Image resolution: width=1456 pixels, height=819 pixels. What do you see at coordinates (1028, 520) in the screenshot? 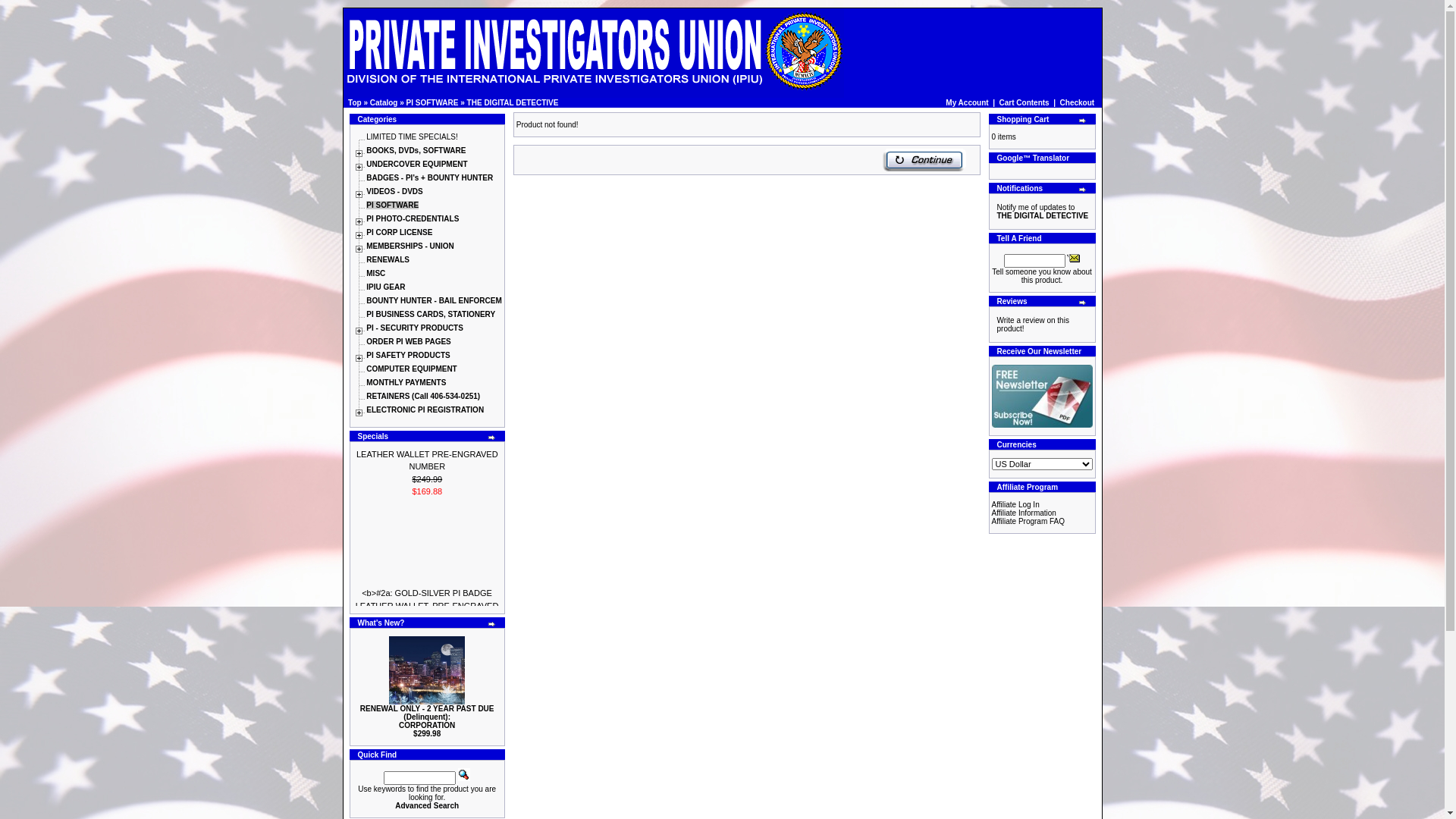
I see `'Affiliate Program FAQ'` at bounding box center [1028, 520].